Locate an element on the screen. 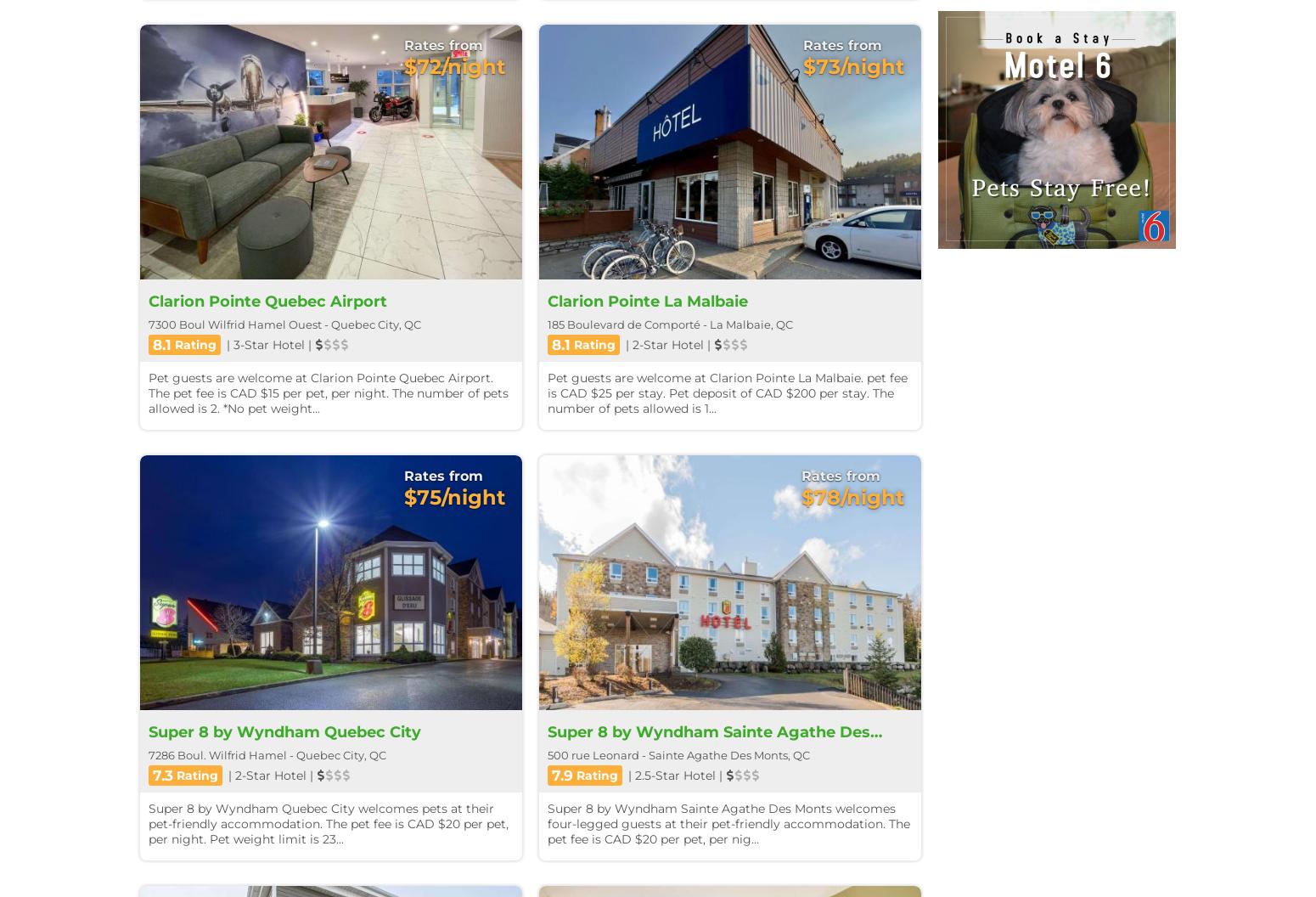 Image resolution: width=1316 pixels, height=897 pixels. '$73/night' is located at coordinates (852, 65).